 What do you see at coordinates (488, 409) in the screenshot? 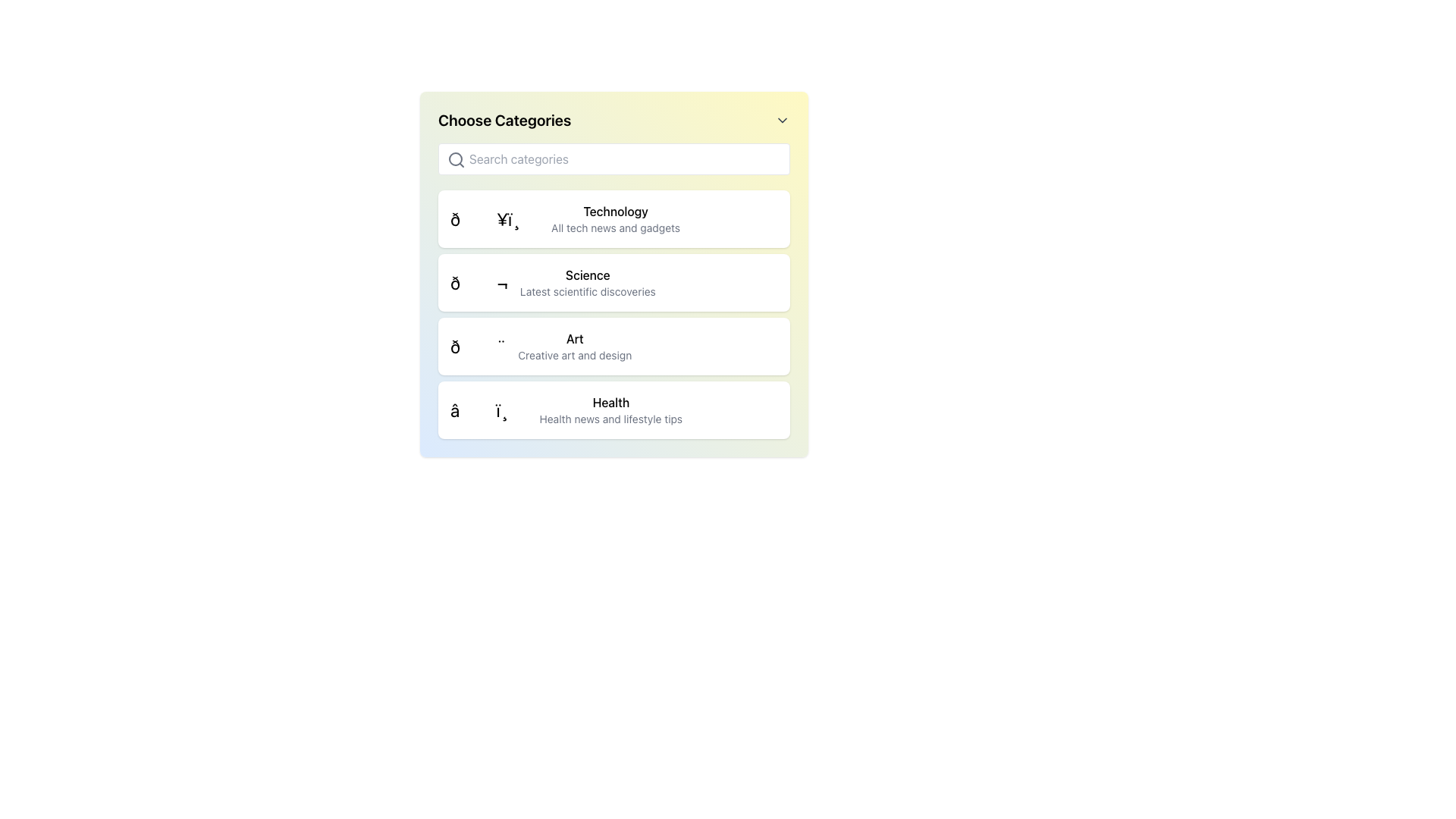
I see `the 'Health' category icon located to the left of the text 'Health' and its subtext` at bounding box center [488, 409].